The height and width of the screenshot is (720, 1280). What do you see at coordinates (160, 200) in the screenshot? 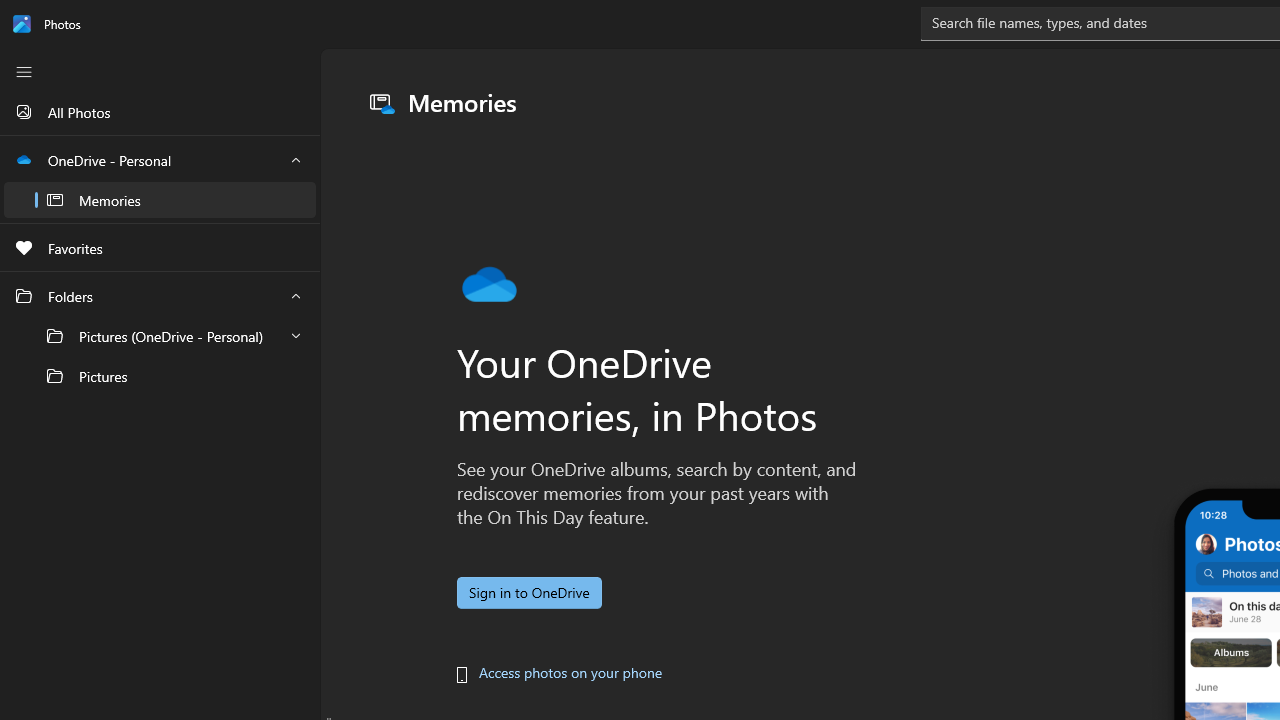
I see `'Memories'` at bounding box center [160, 200].